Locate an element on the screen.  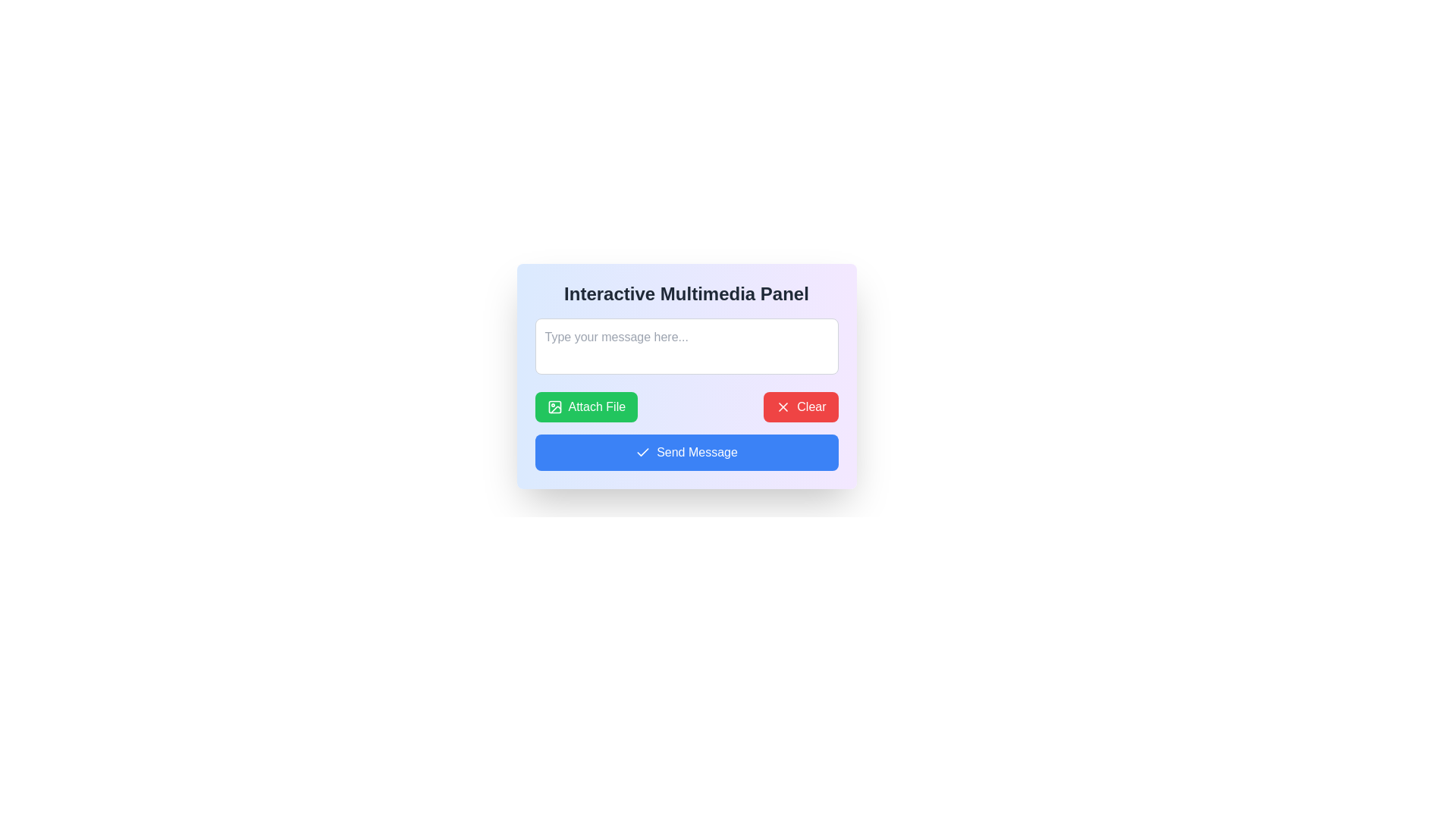
the 'Send Message' button that contains the blue checkmark icon, located to the left of the text label 'Send Message' is located at coordinates (643, 452).